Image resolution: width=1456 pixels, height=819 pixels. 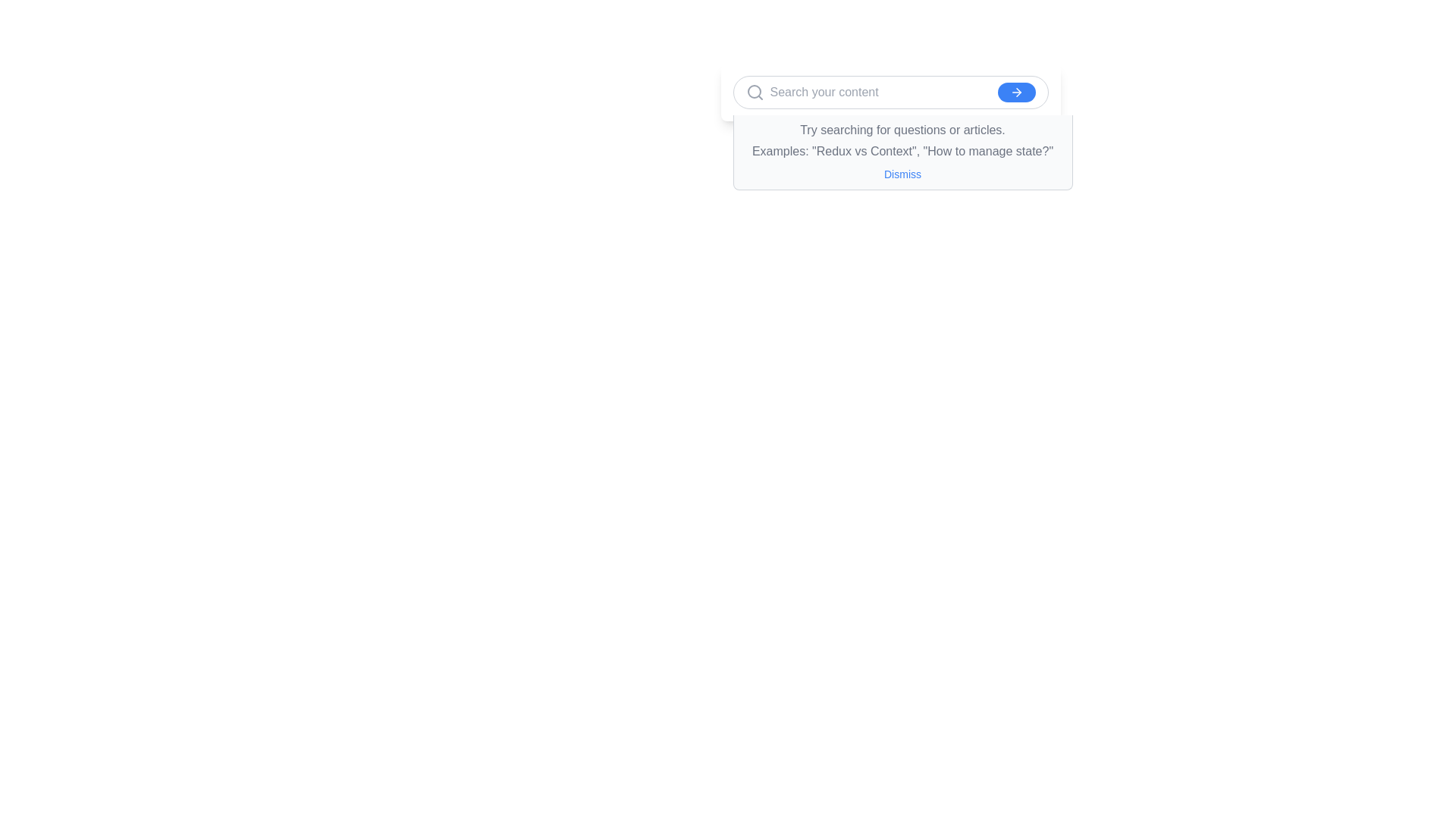 What do you see at coordinates (902, 152) in the screenshot?
I see `static text element located below the caption 'Try searching for questions or articles.' and above the dismiss button in the centrally aligned pop-up panel` at bounding box center [902, 152].